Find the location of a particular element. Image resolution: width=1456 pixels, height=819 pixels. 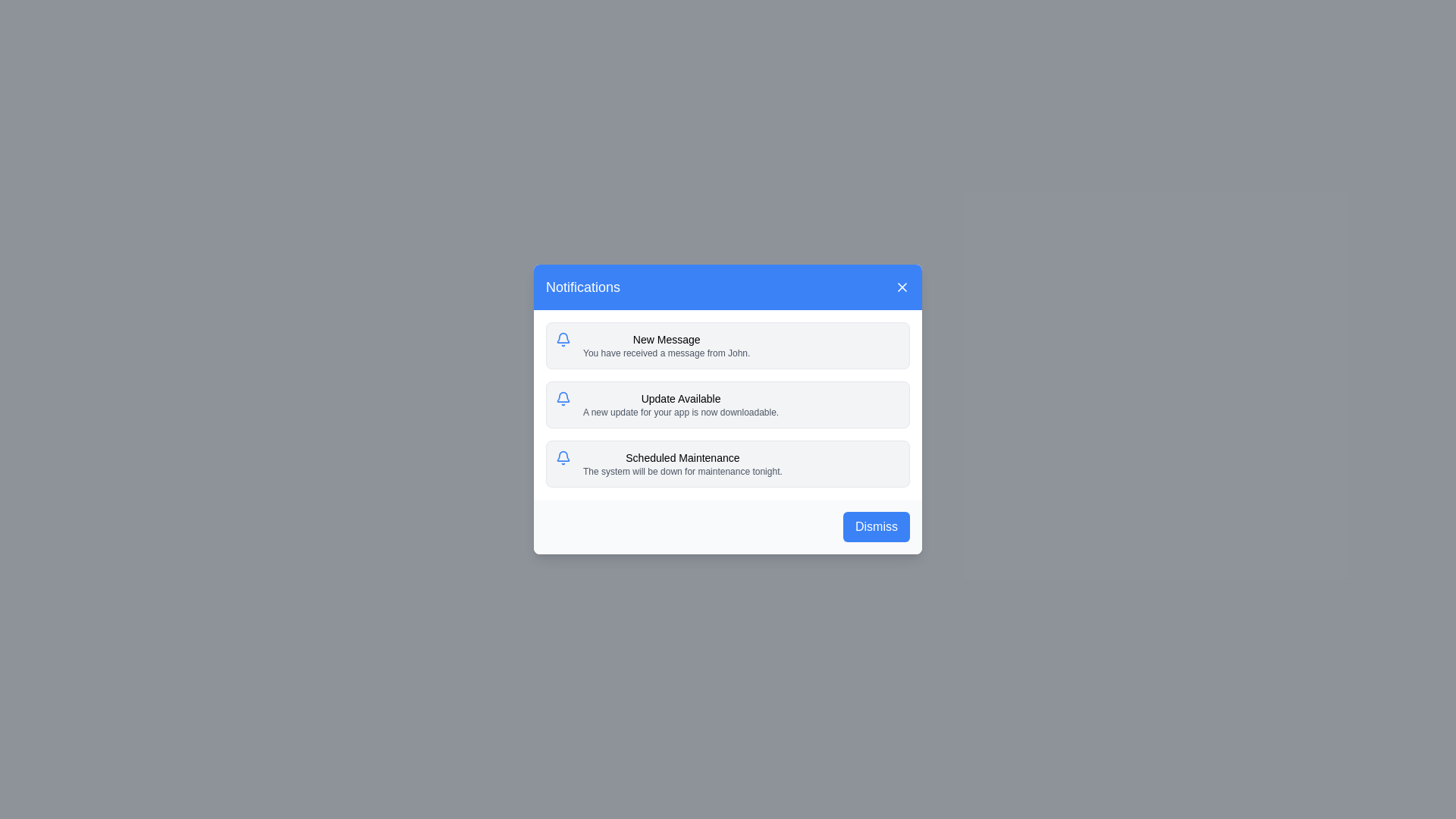

the visual appearance of the bell notification icon, which is the main body of the stylized bell located near the left side of the notification messages is located at coordinates (563, 337).